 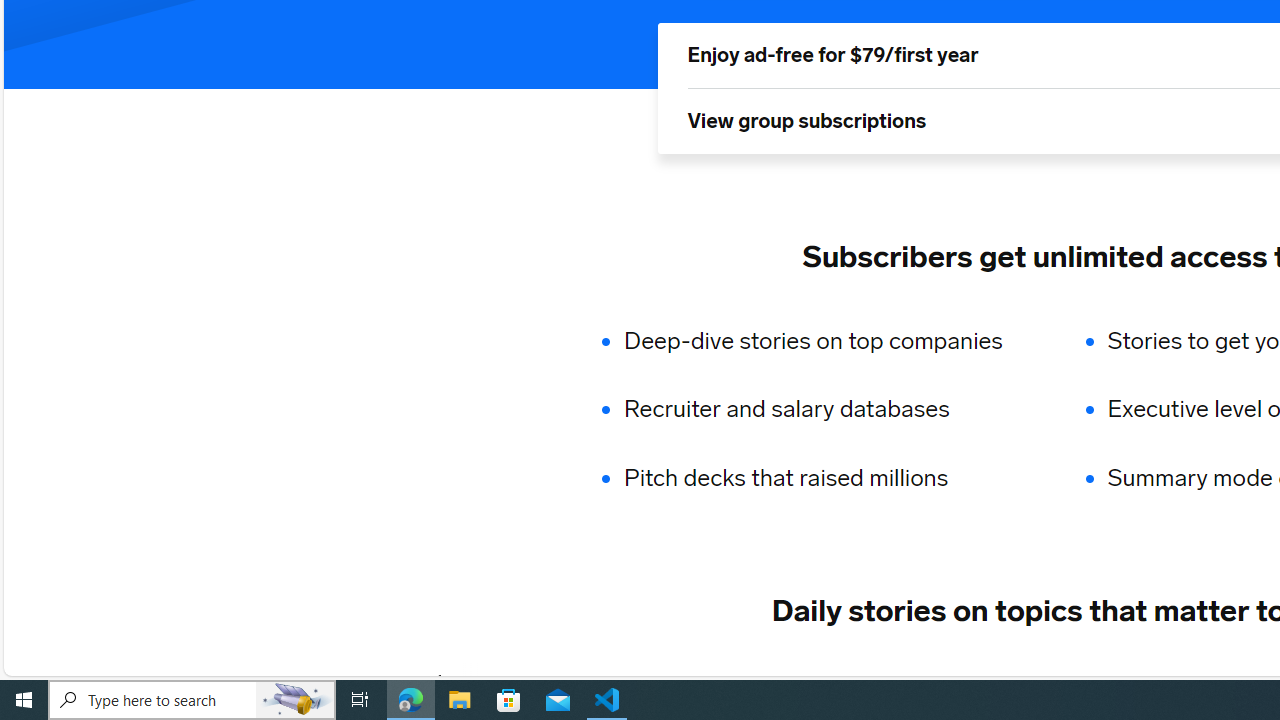 I want to click on 'Recruiter and salary databases', so click(x=826, y=409).